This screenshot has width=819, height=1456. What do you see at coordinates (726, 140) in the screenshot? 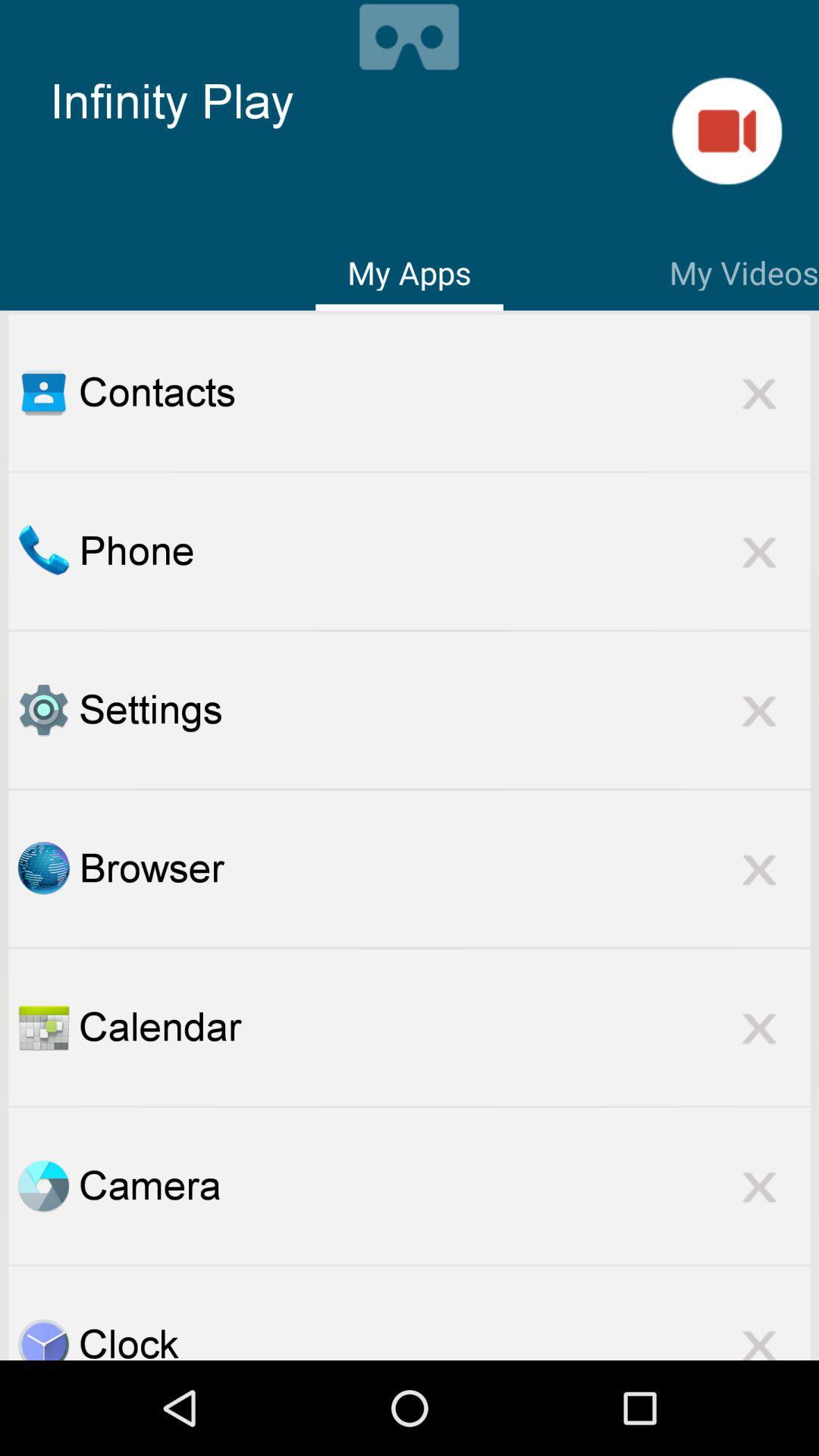
I see `the videocam icon` at bounding box center [726, 140].